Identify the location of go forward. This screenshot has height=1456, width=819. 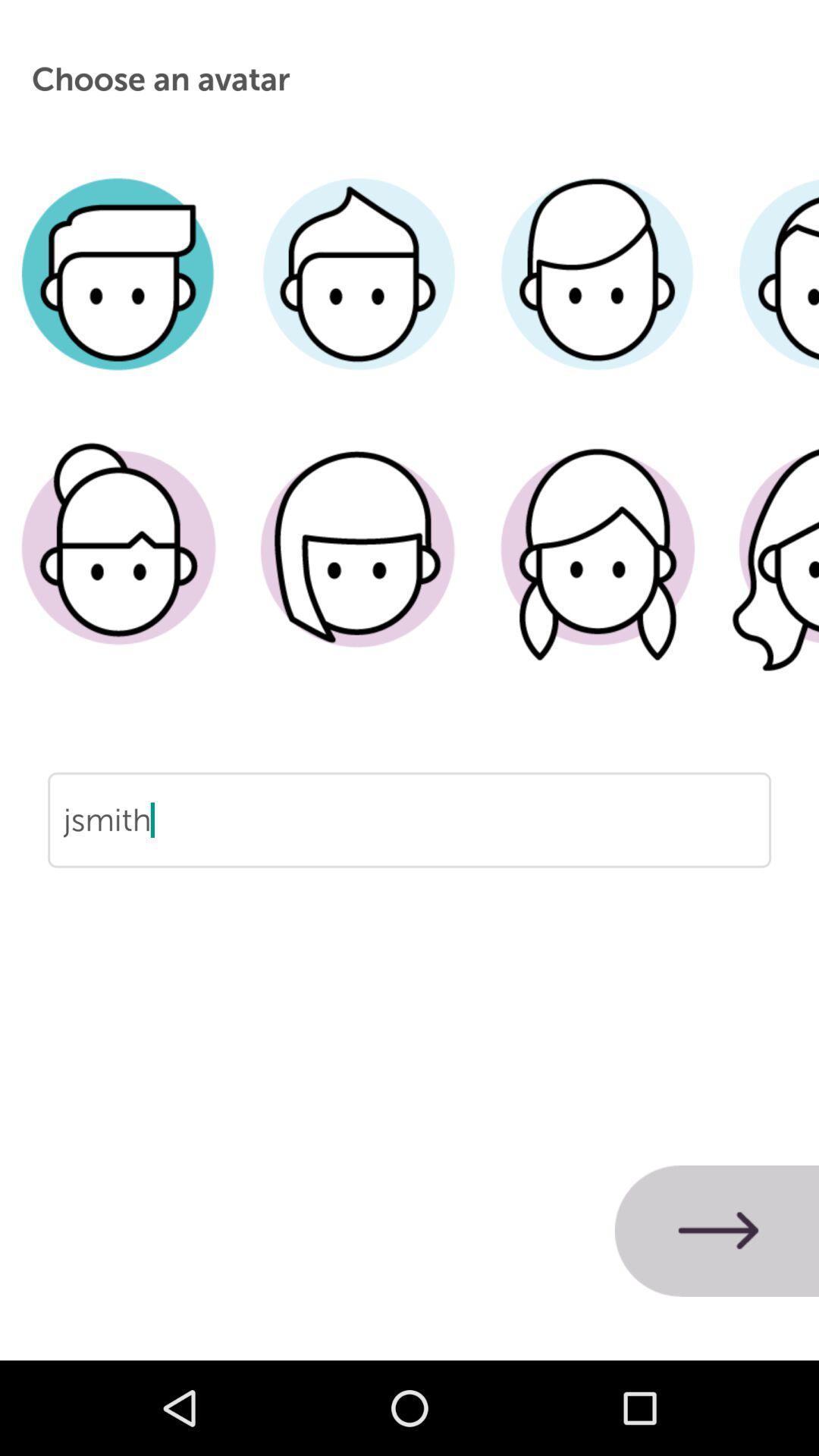
(717, 1231).